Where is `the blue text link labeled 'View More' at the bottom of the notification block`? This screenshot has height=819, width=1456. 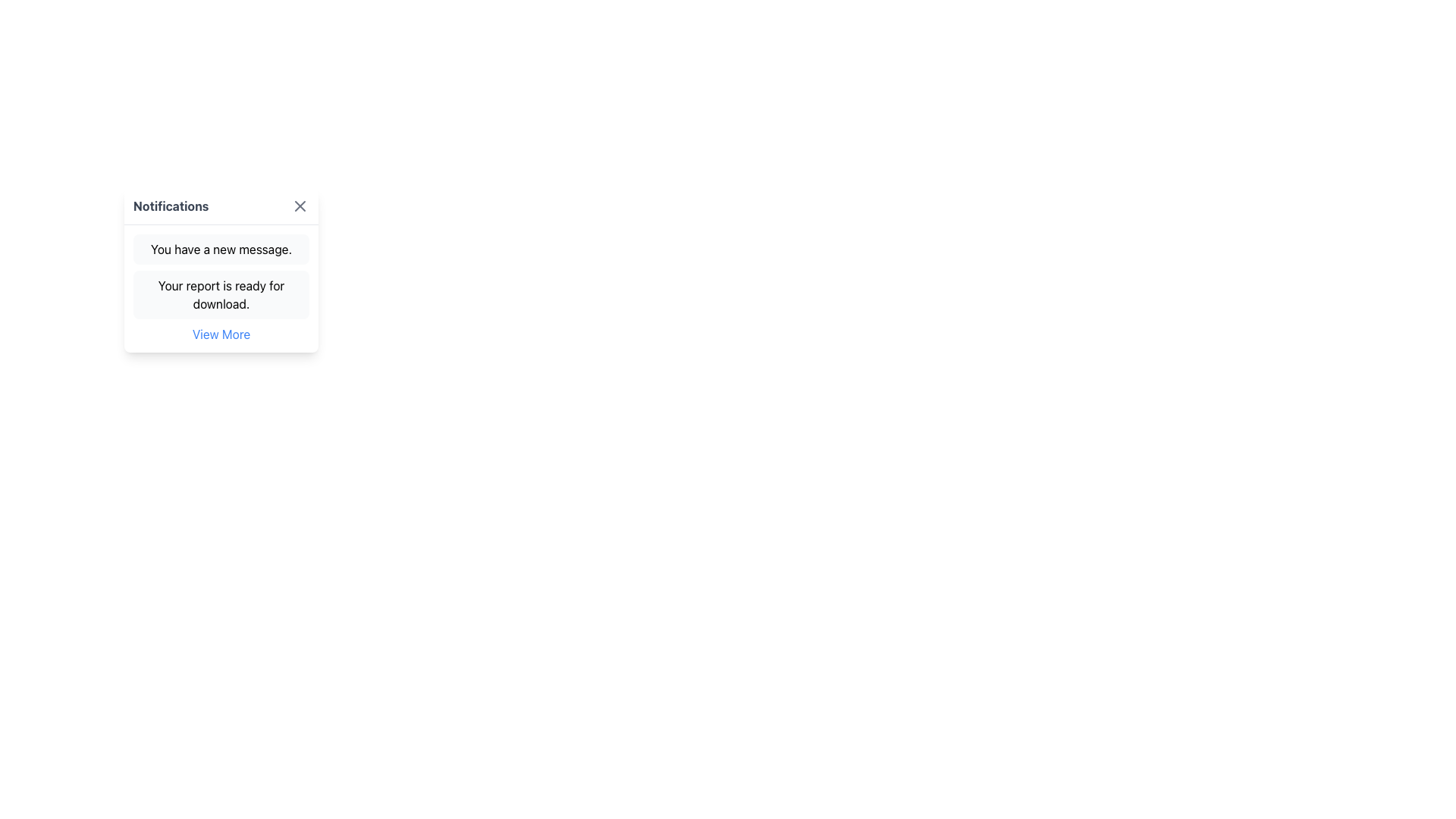 the blue text link labeled 'View More' at the bottom of the notification block is located at coordinates (221, 333).